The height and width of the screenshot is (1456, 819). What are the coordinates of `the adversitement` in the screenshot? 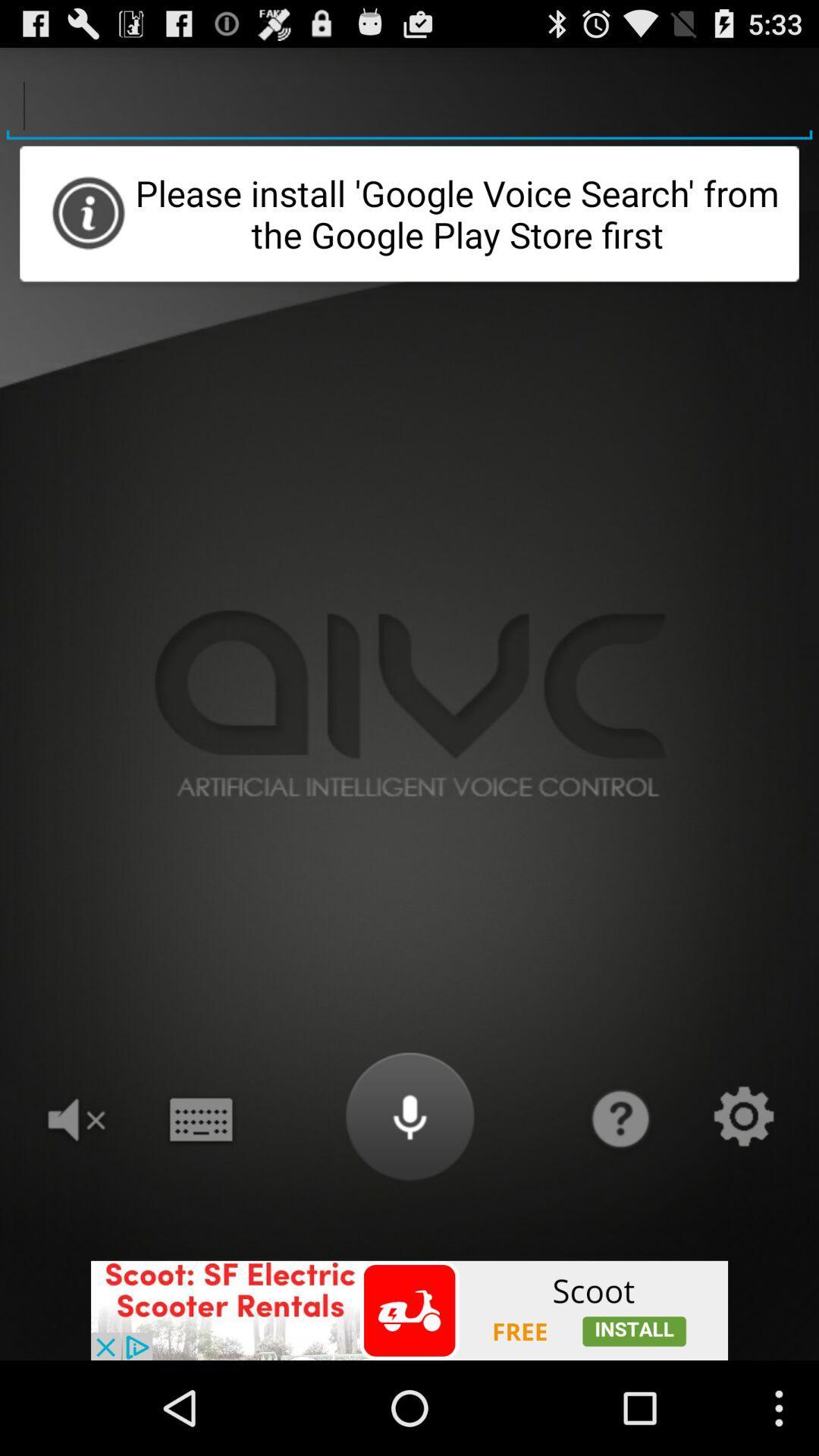 It's located at (409, 1310).